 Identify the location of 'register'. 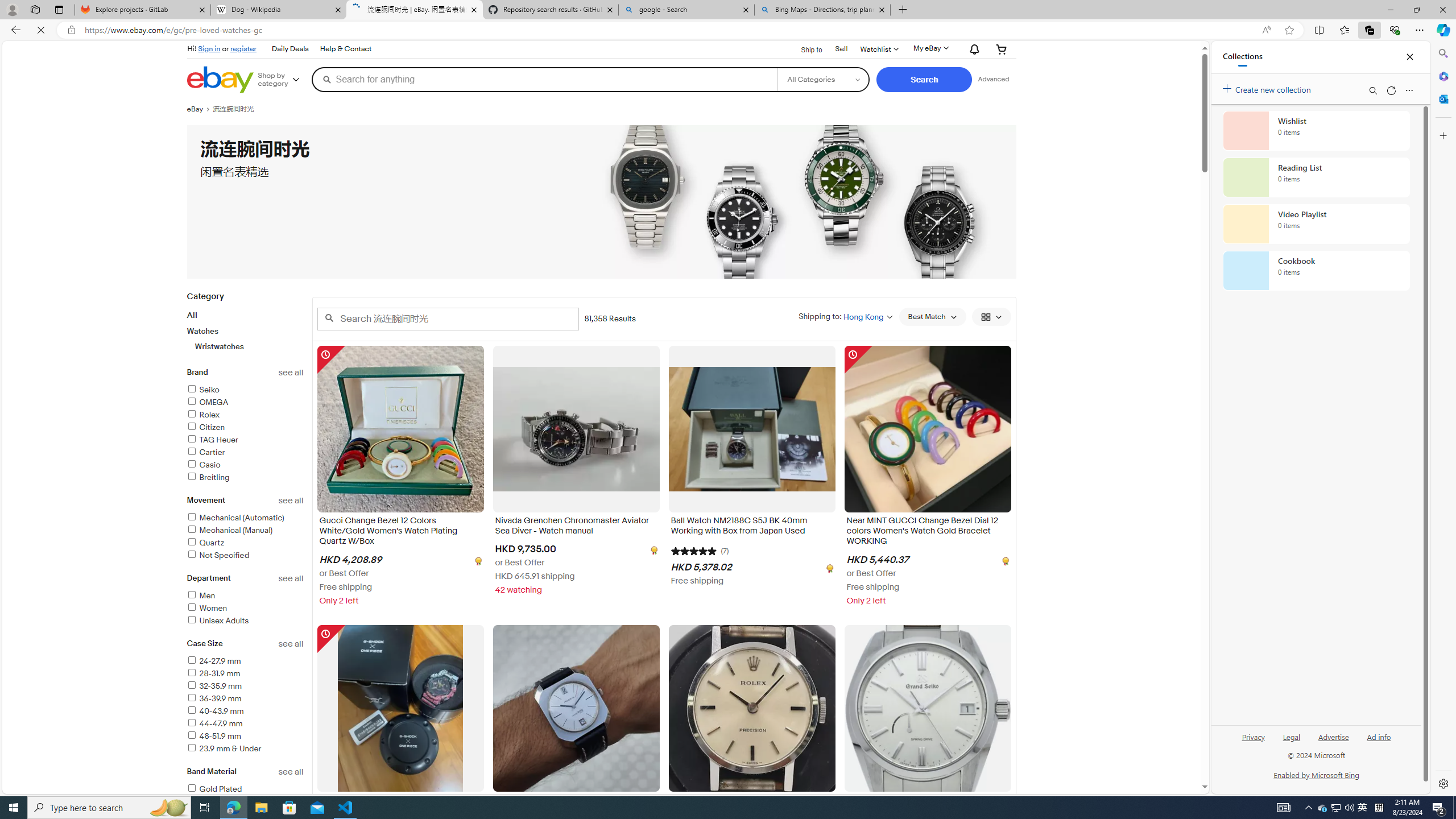
(243, 48).